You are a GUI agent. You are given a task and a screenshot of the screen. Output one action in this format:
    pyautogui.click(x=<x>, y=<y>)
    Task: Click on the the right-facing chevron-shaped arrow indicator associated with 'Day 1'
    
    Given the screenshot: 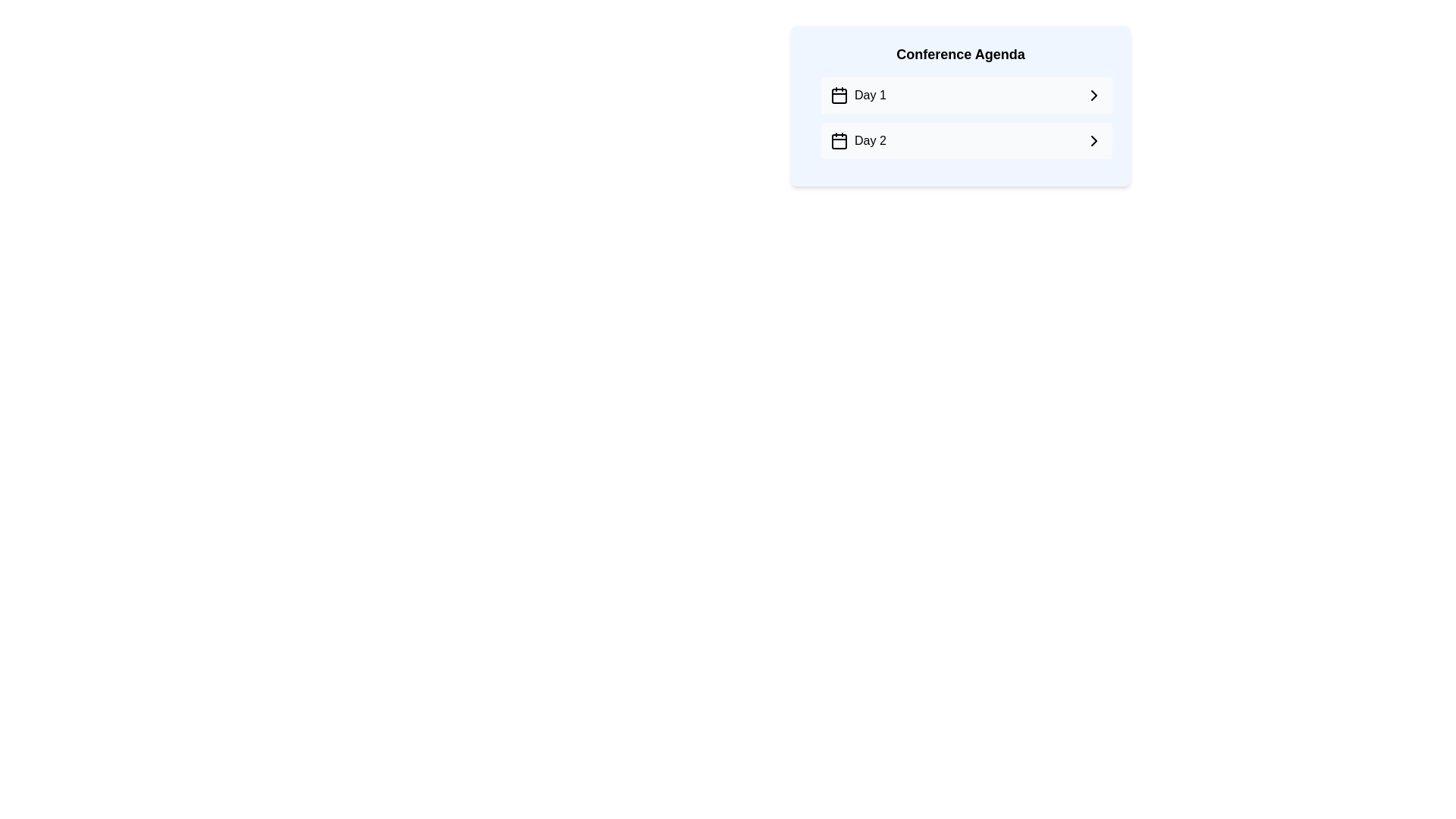 What is the action you would take?
    pyautogui.click(x=1094, y=96)
    